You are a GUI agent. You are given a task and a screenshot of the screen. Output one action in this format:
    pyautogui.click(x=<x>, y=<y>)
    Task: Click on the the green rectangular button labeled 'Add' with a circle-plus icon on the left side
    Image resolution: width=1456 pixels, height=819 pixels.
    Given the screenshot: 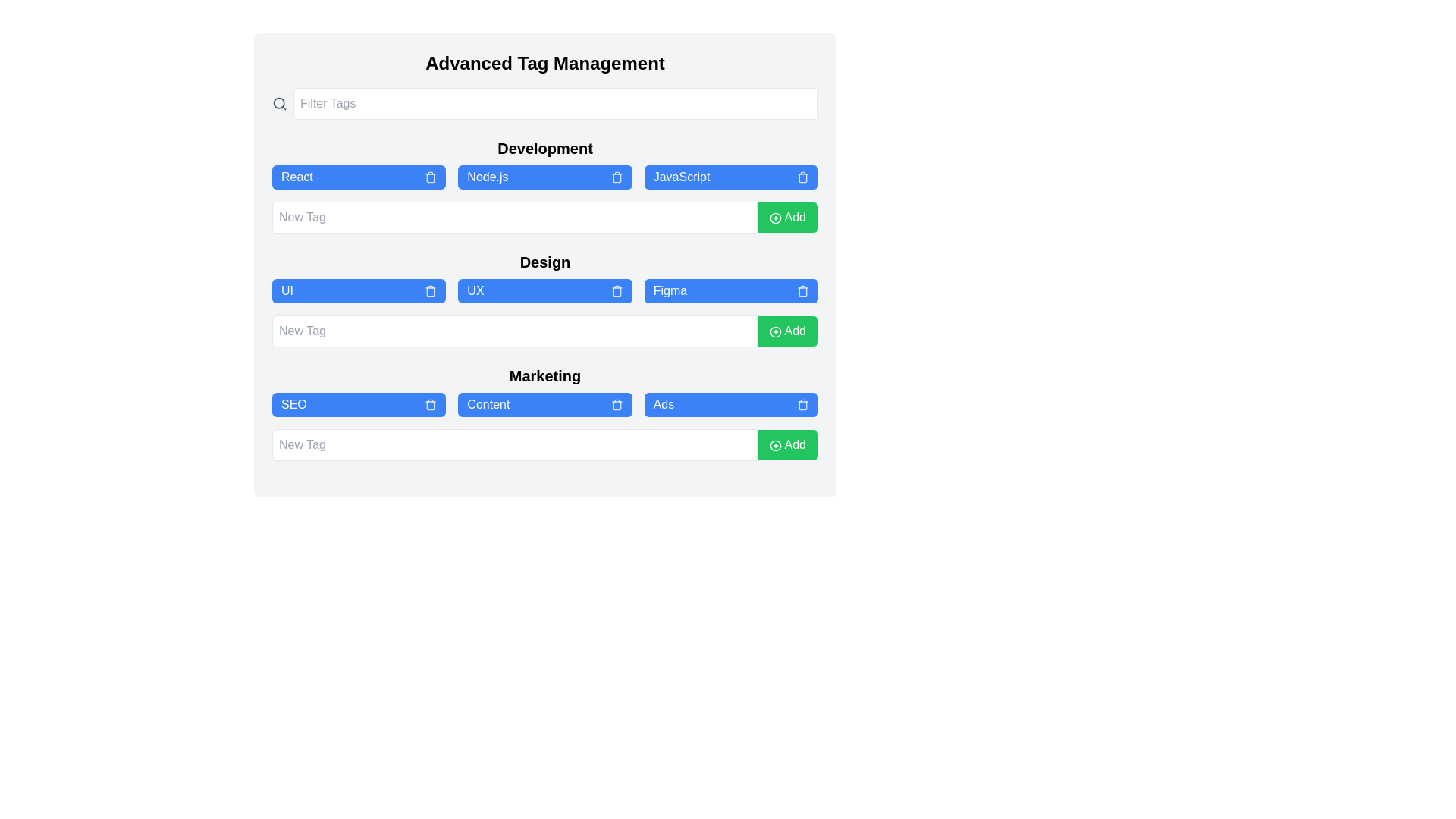 What is the action you would take?
    pyautogui.click(x=787, y=217)
    